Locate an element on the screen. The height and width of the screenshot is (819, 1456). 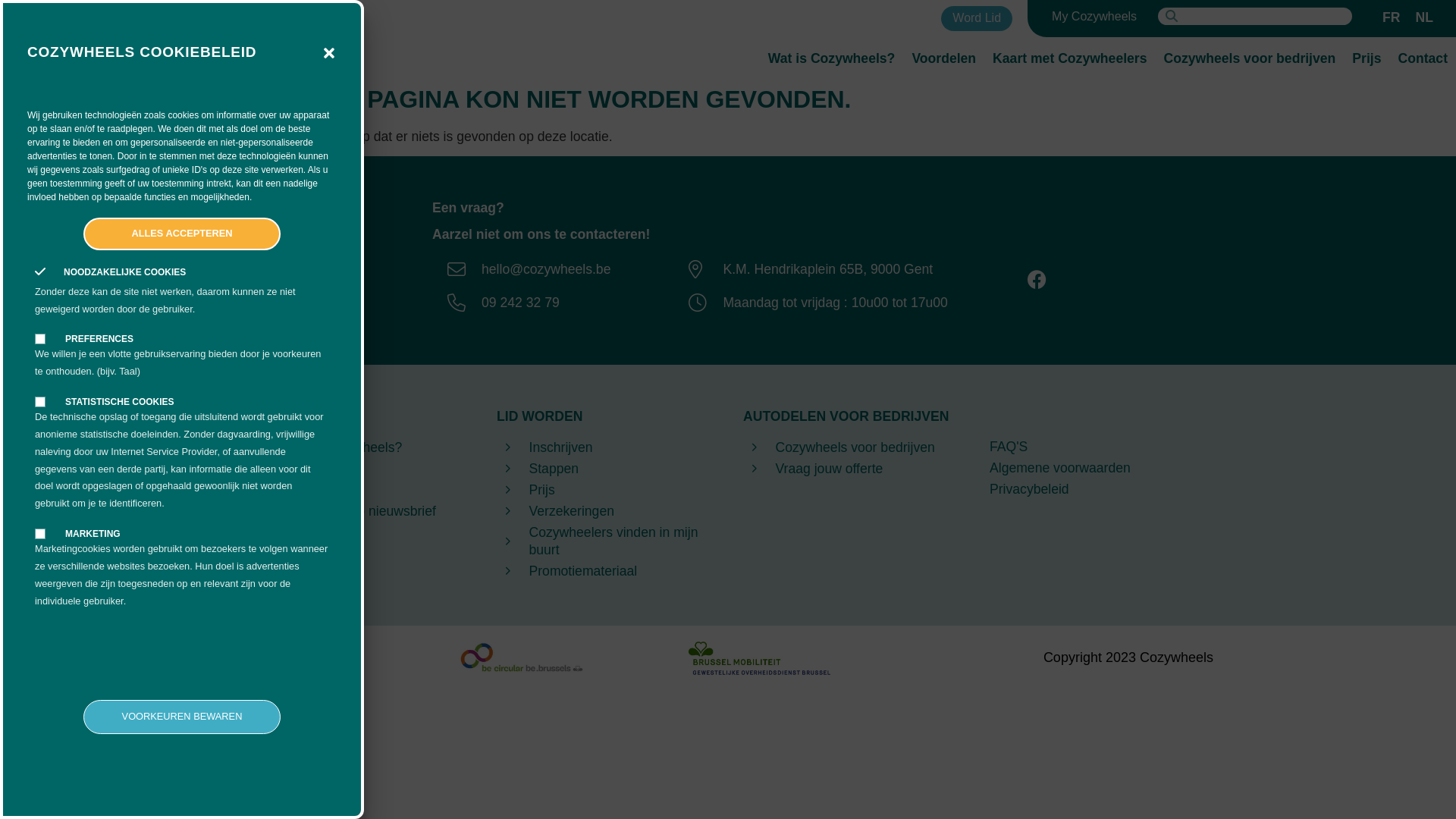
'ALLES ACCEPTEREN' is located at coordinates (182, 234).